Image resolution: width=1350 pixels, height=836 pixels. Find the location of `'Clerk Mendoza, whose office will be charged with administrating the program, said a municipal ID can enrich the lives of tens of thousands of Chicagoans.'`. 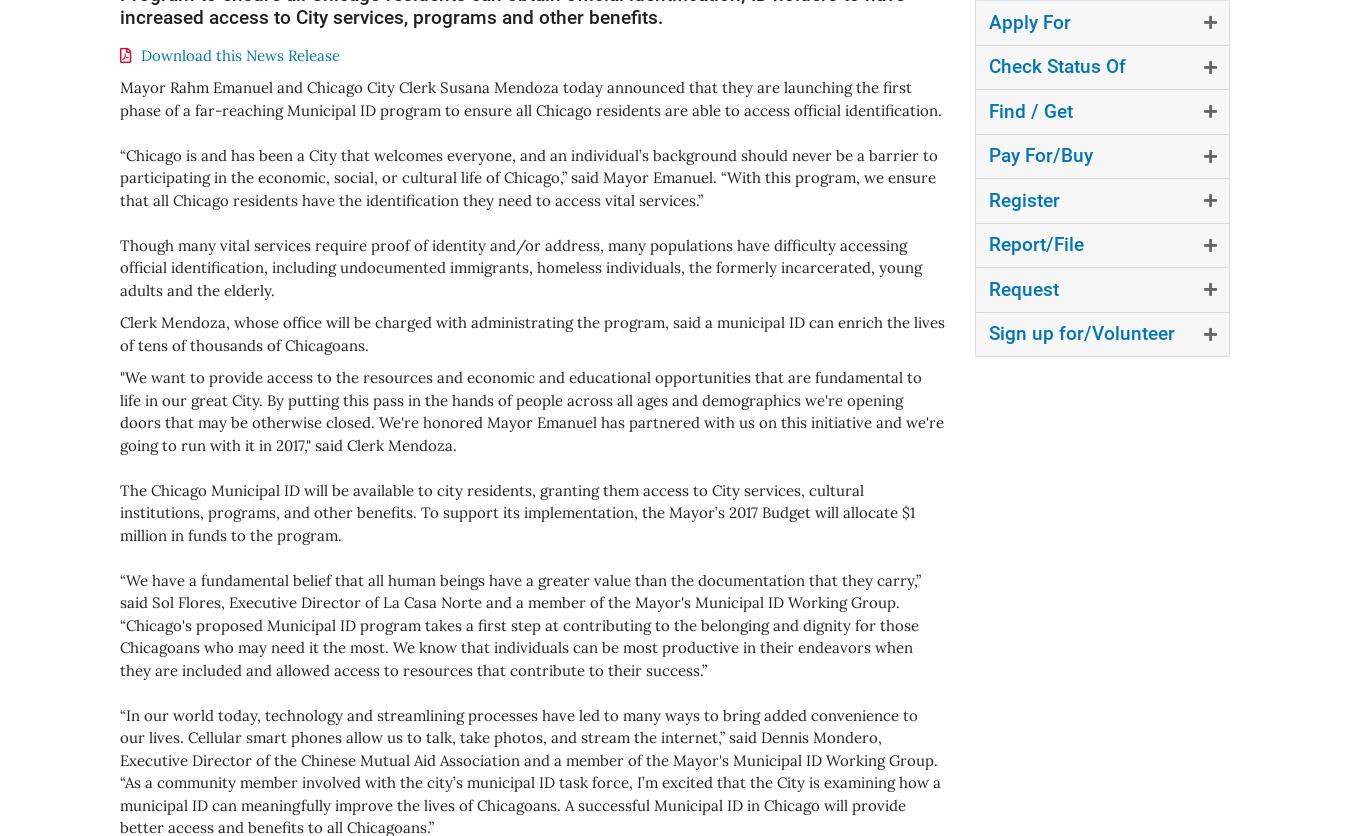

'Clerk Mendoza, whose office will be charged with administrating the program, said a municipal ID can enrich the lives of tens of thousands of Chicagoans.' is located at coordinates (531, 332).